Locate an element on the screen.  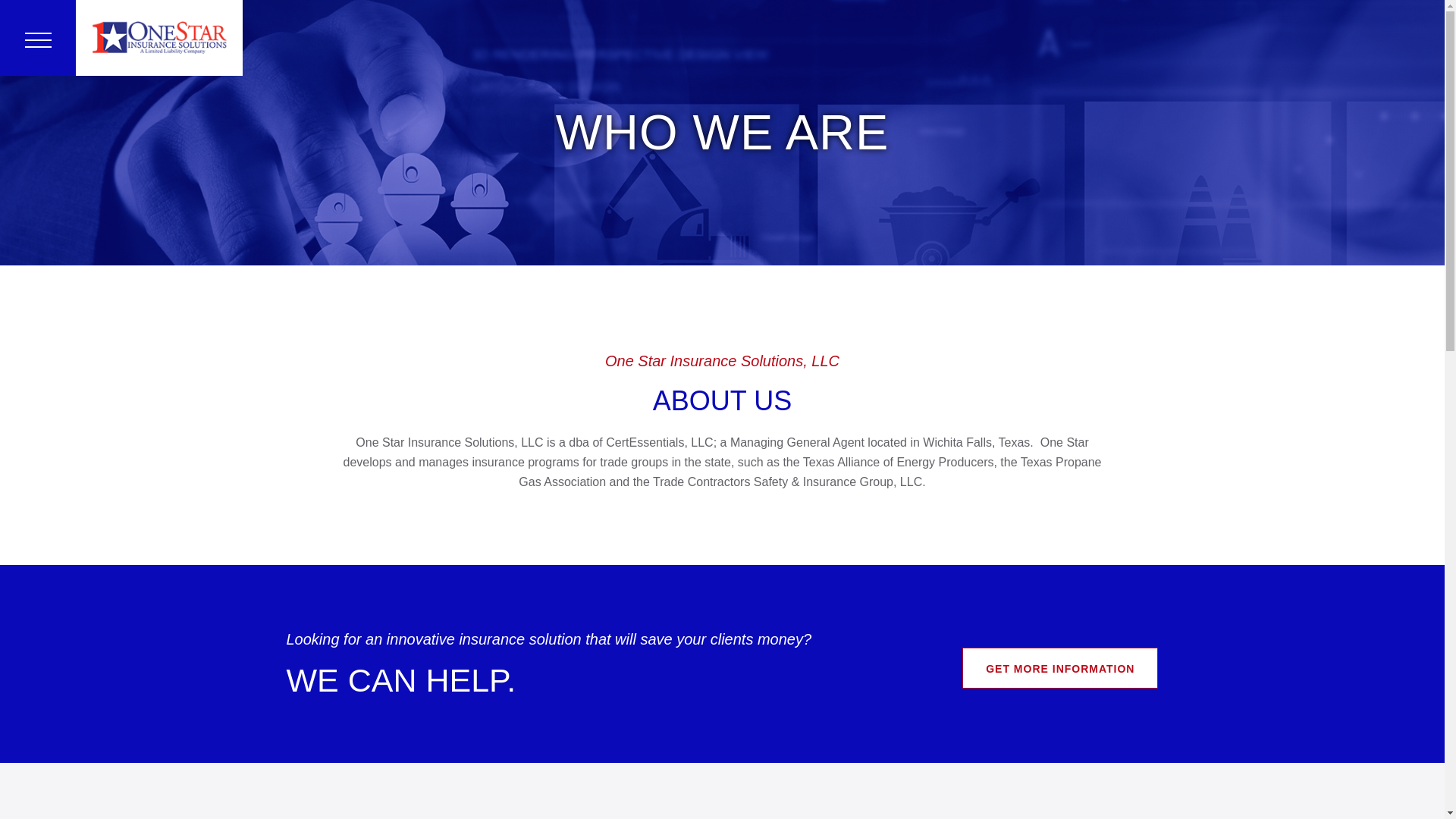
'GET MORE INFORMATION' is located at coordinates (961, 667).